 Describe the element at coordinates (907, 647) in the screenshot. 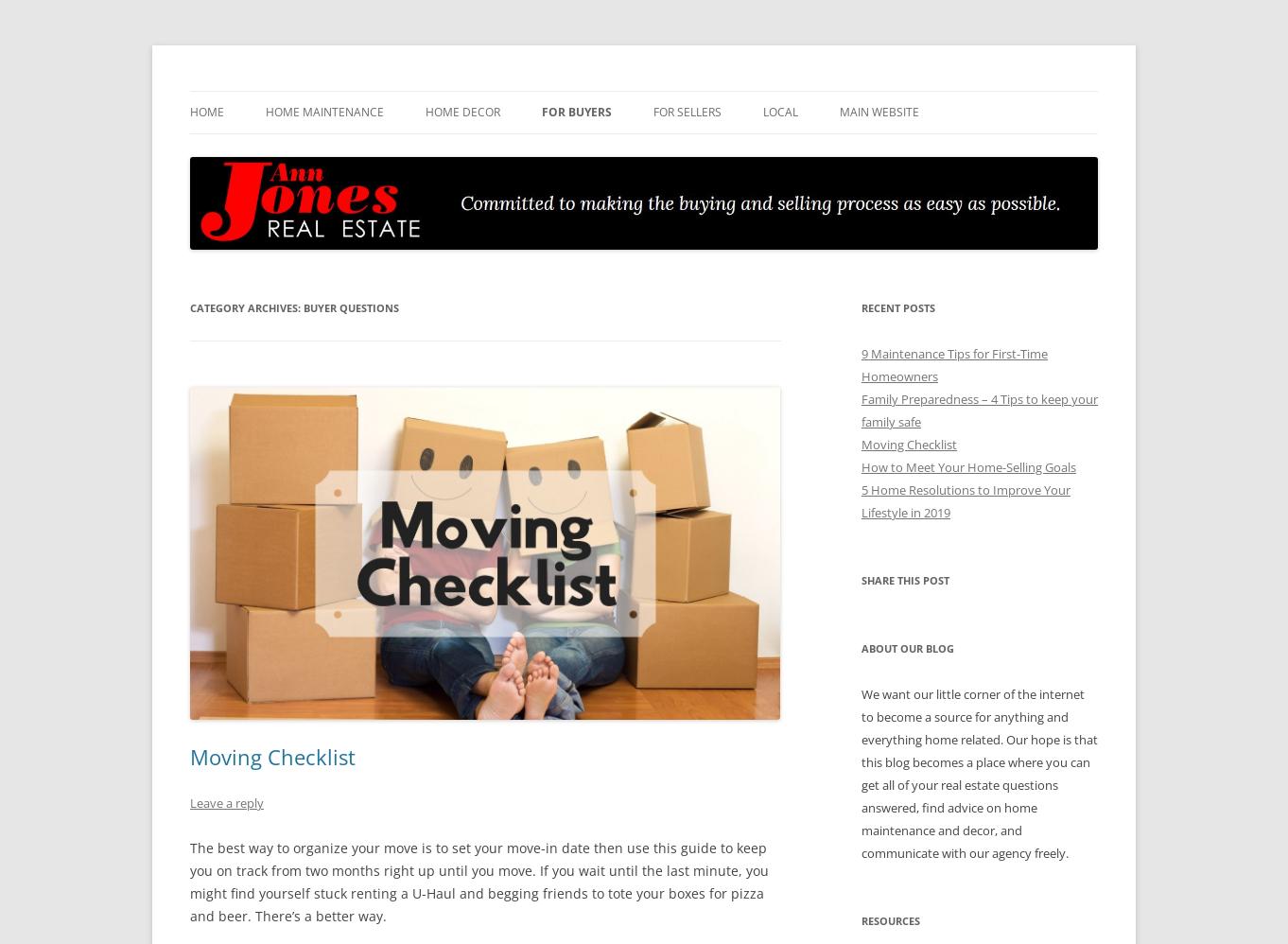

I see `'About Our Blog'` at that location.